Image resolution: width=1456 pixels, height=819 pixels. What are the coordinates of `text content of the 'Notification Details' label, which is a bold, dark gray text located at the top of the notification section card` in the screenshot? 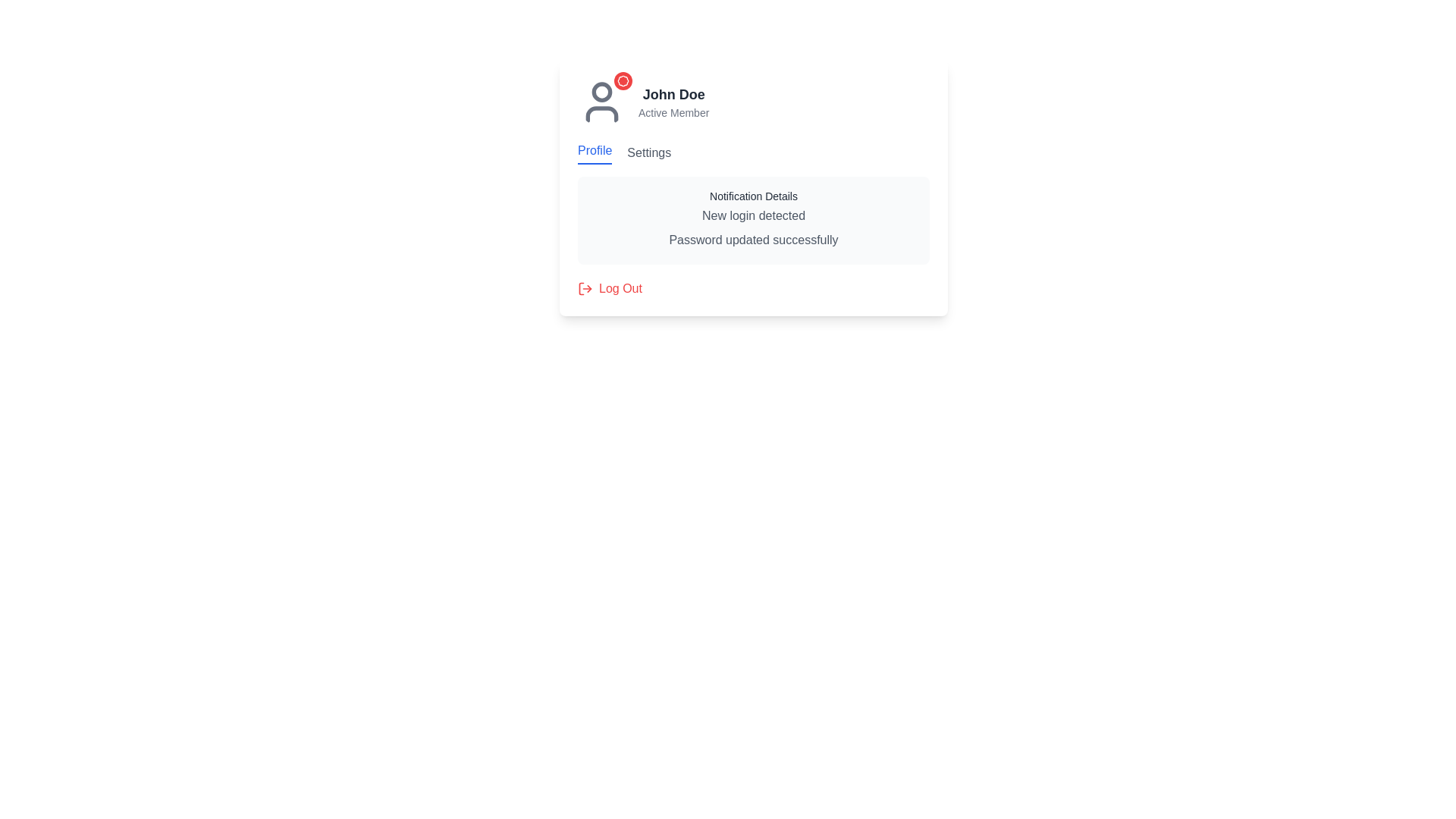 It's located at (753, 195).